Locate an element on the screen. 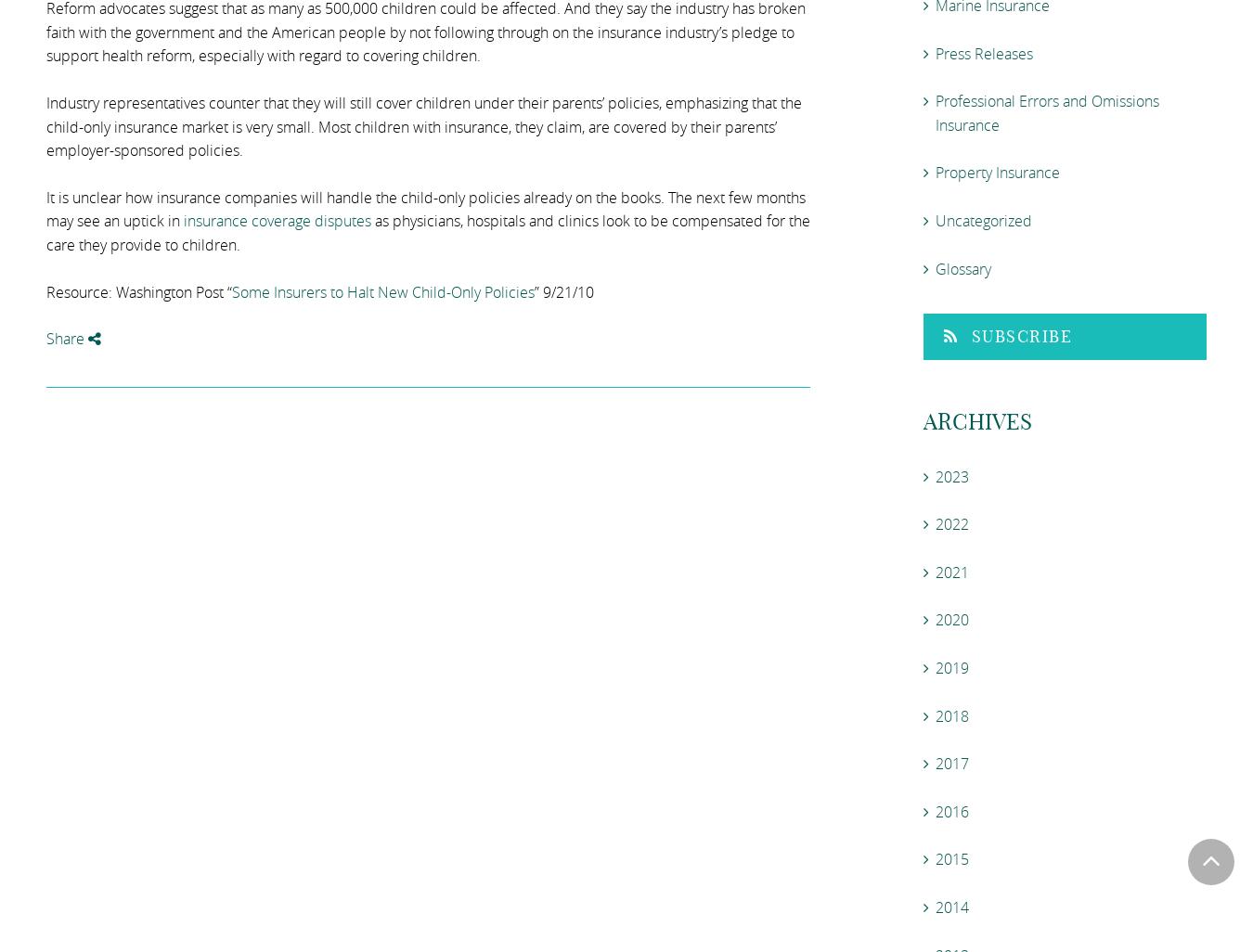  'Subscribe' is located at coordinates (1021, 335).